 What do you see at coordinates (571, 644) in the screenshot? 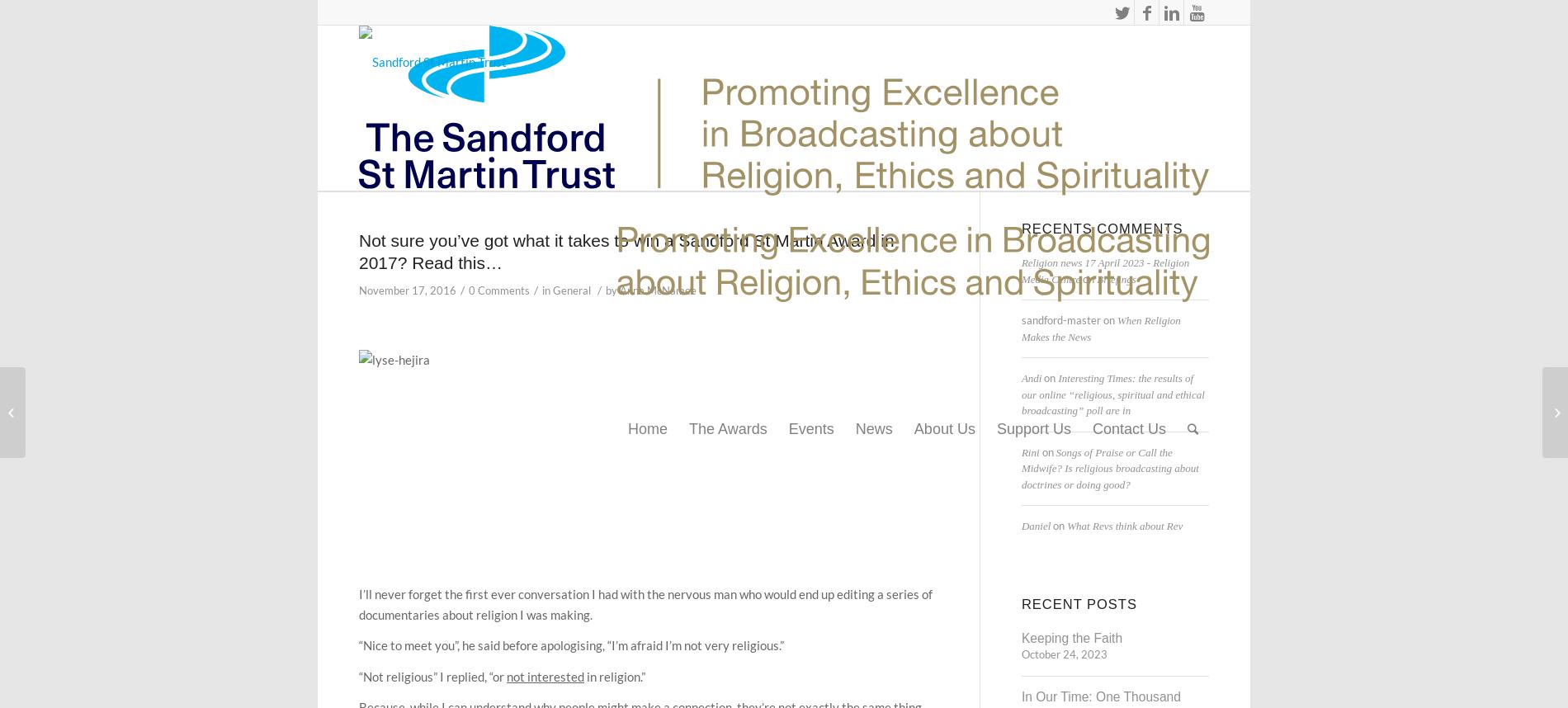
I see `'“Nice to meet you”, he said before apologising, “I’m afraid I’m not very religious.”'` at bounding box center [571, 644].